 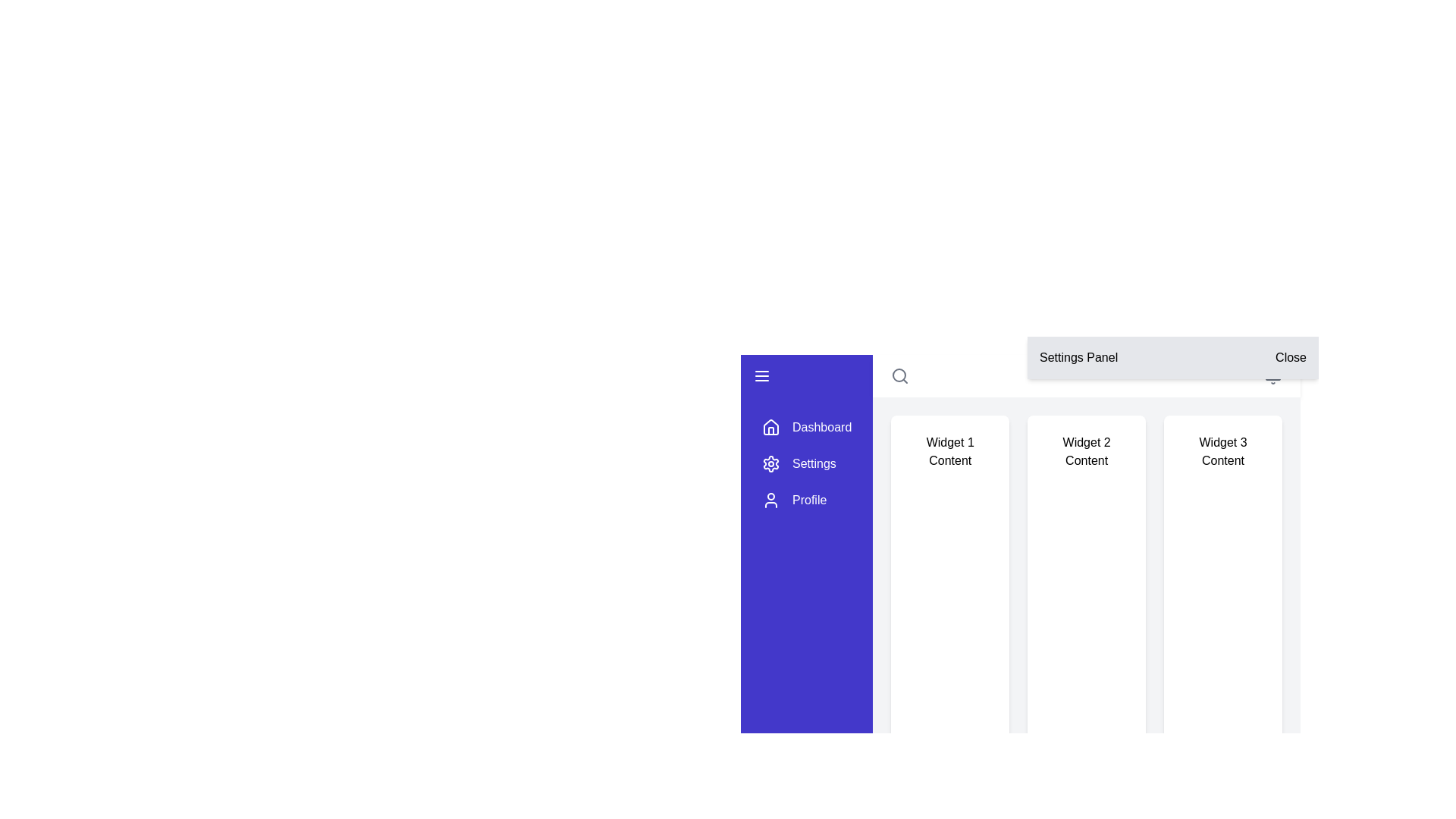 What do you see at coordinates (808, 500) in the screenshot?
I see `the Text label indicating the profile section of the navigation menu, located below the 'Settings' text and icon` at bounding box center [808, 500].